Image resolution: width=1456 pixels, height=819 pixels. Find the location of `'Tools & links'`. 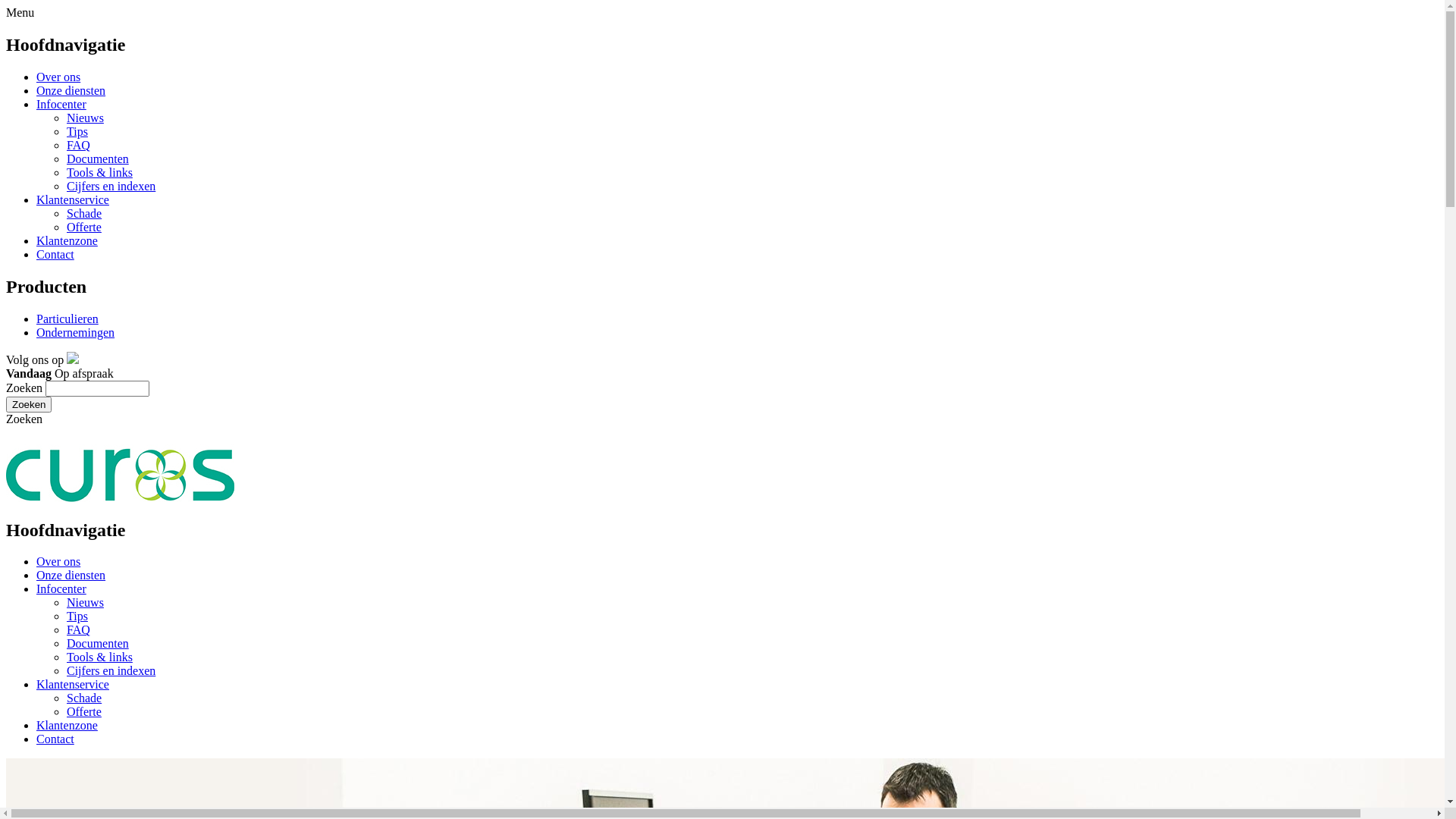

'Tools & links' is located at coordinates (99, 171).